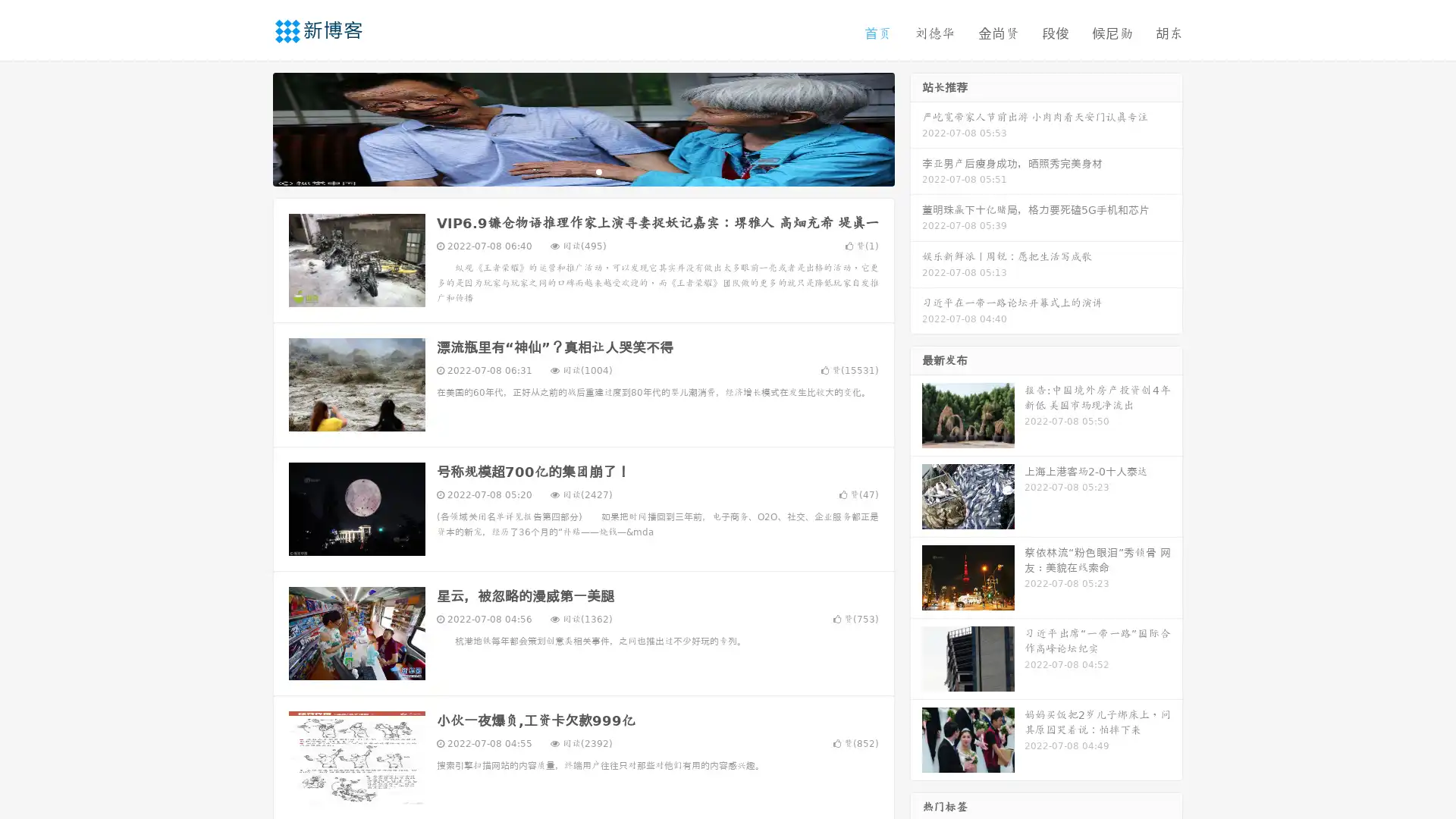  What do you see at coordinates (582, 171) in the screenshot?
I see `Go to slide 2` at bounding box center [582, 171].